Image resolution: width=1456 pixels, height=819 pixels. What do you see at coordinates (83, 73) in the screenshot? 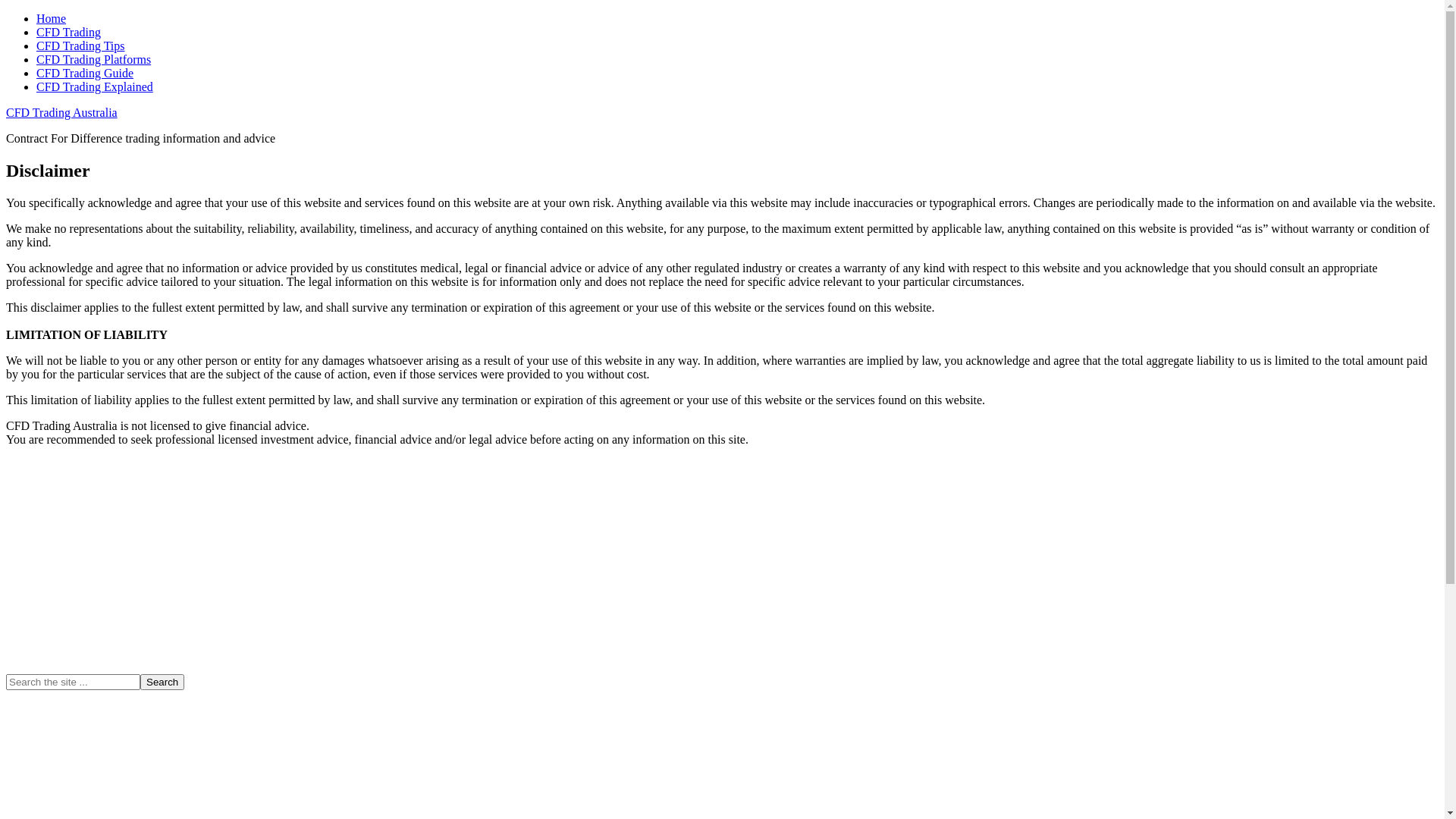
I see `'CFD Trading Guide'` at bounding box center [83, 73].